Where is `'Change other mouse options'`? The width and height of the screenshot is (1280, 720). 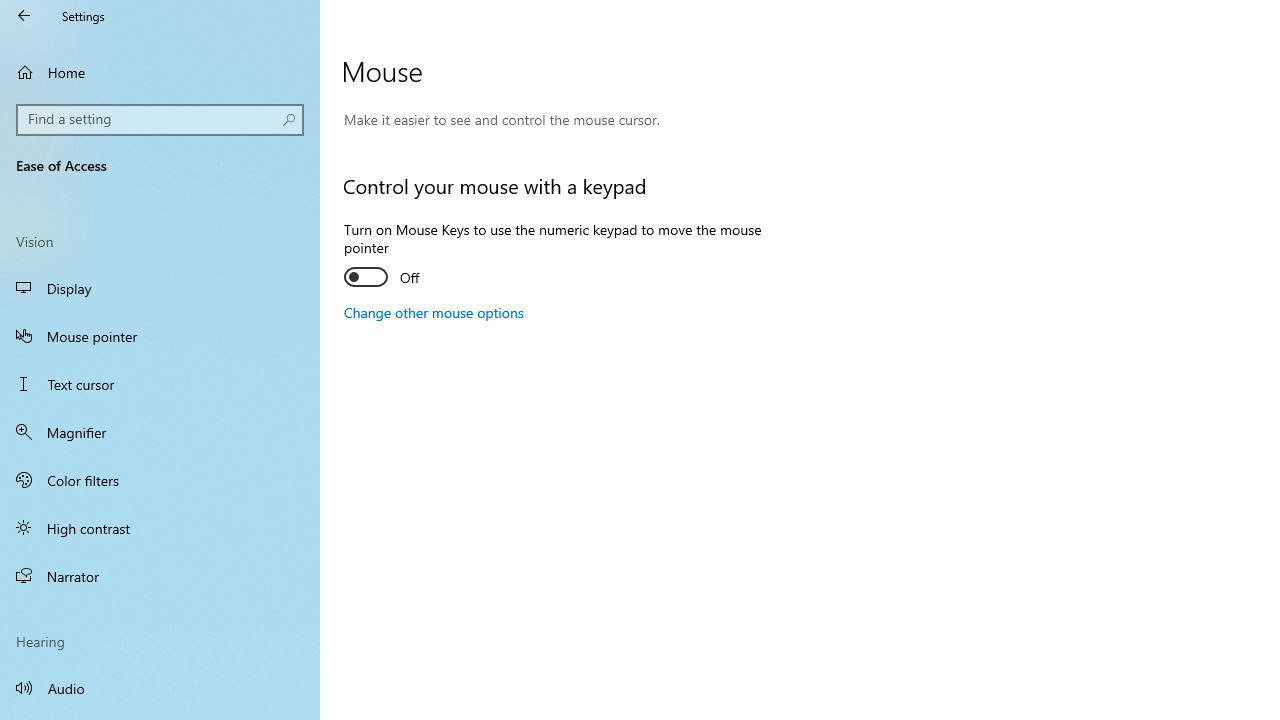 'Change other mouse options' is located at coordinates (432, 312).